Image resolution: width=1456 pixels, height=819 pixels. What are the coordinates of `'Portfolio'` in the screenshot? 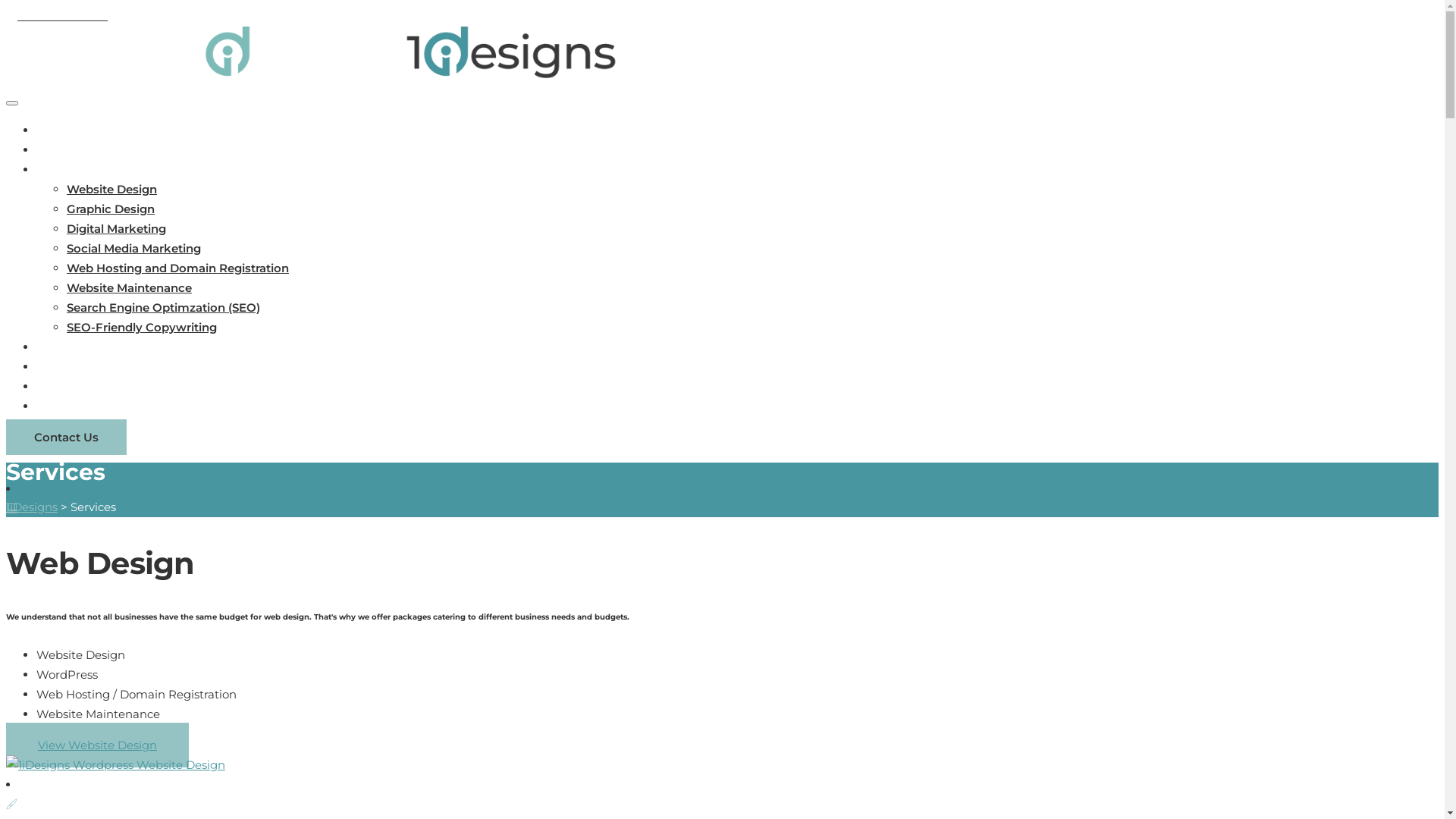 It's located at (61, 347).